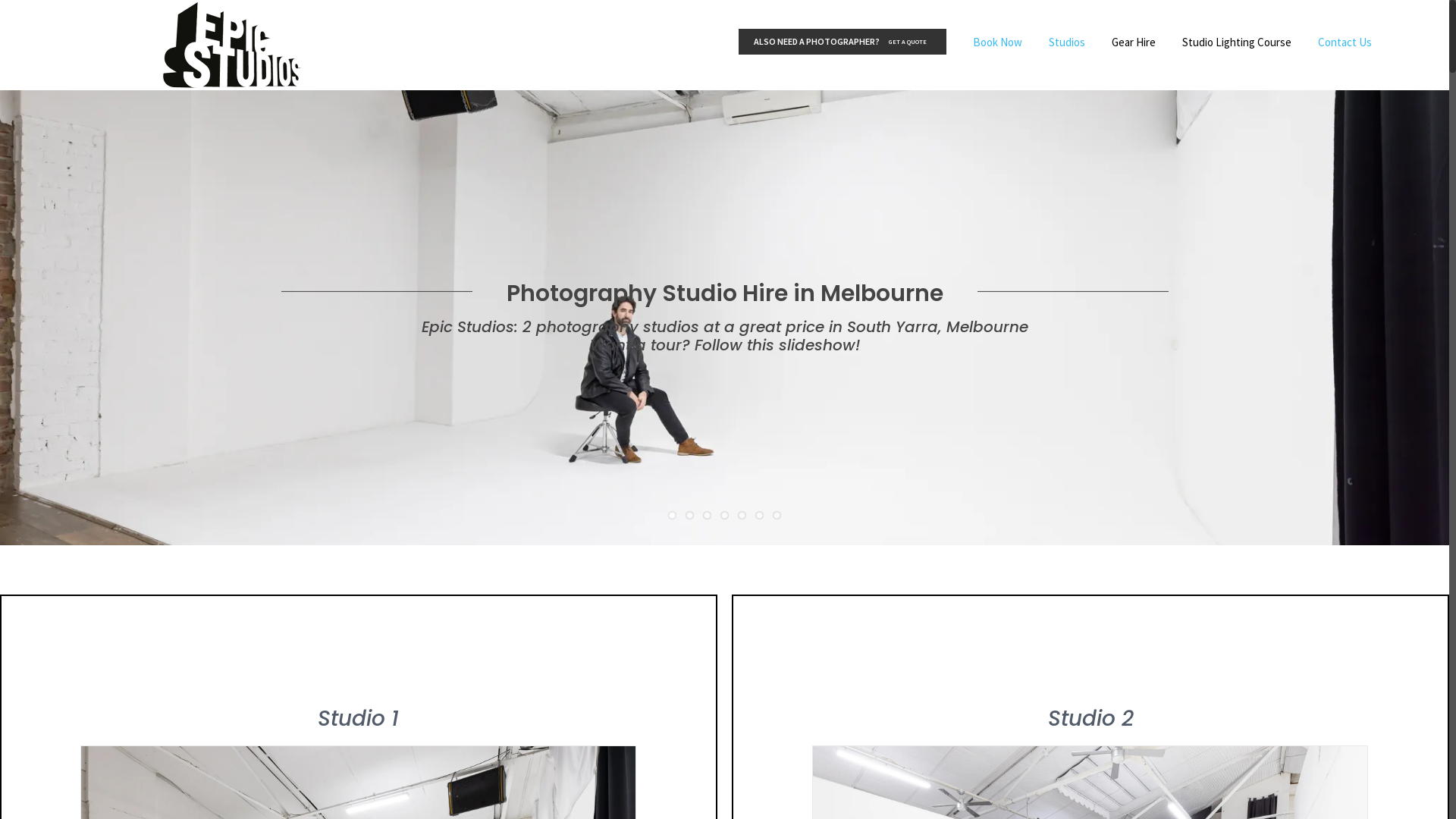 The height and width of the screenshot is (819, 1456). Describe the element at coordinates (759, 514) in the screenshot. I see `'6'` at that location.